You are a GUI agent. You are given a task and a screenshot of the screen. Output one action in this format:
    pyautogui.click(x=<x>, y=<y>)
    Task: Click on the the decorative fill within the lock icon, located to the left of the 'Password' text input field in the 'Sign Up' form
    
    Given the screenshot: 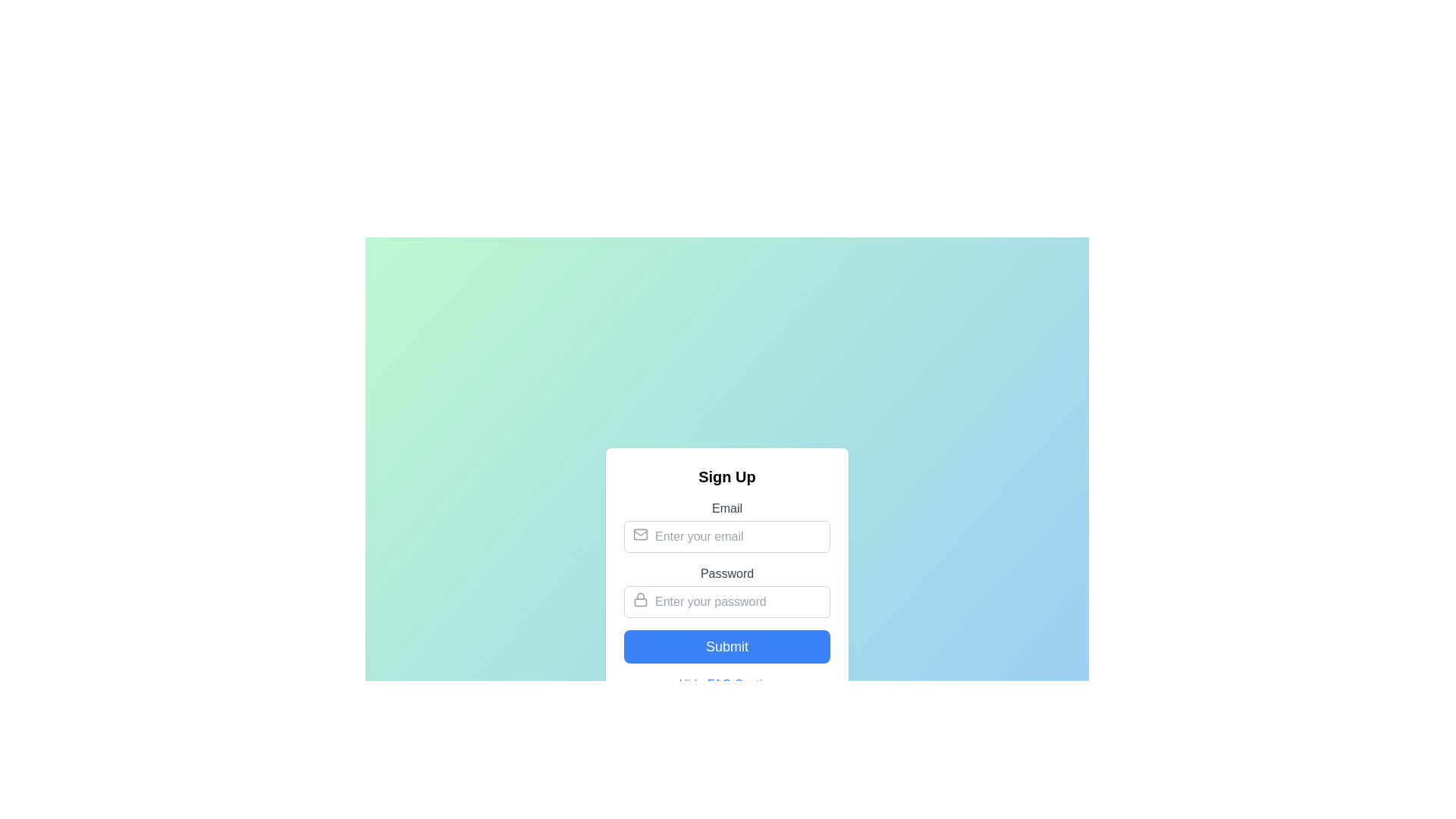 What is the action you would take?
    pyautogui.click(x=640, y=601)
    